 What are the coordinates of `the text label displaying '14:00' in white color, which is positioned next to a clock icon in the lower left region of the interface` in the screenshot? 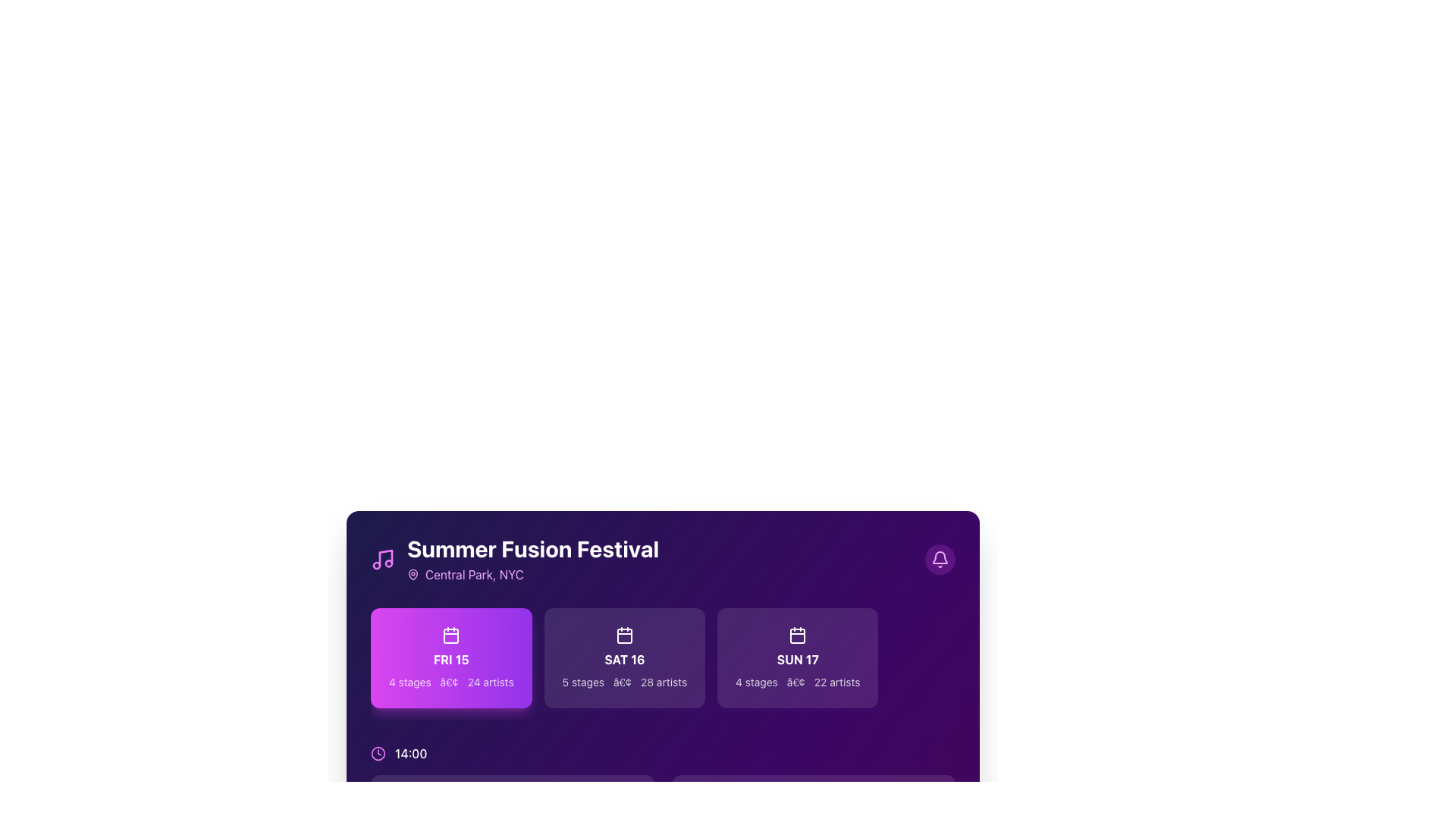 It's located at (411, 754).